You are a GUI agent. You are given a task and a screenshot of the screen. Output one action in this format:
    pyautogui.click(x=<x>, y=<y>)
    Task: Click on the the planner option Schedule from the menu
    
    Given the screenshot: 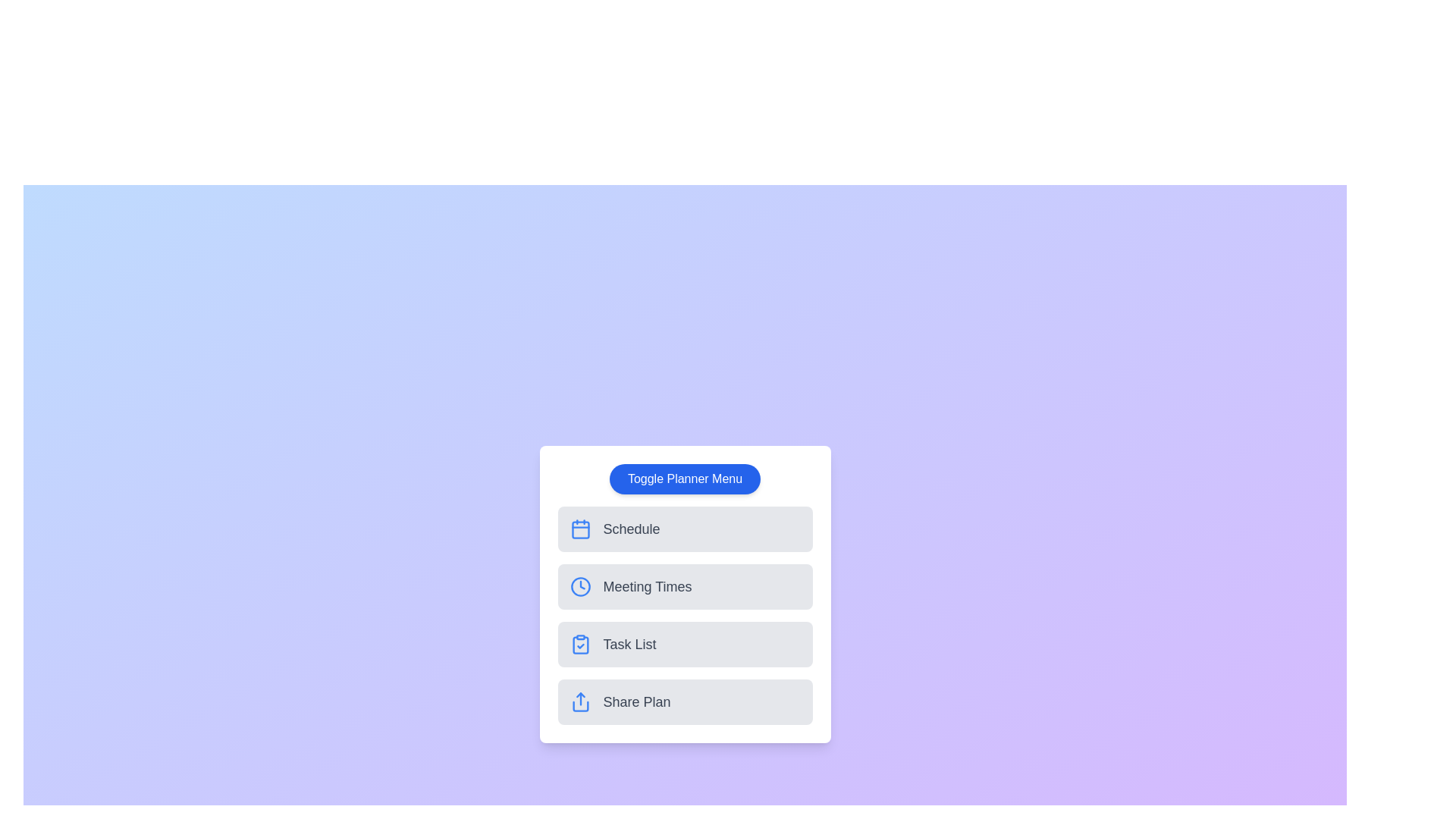 What is the action you would take?
    pyautogui.click(x=684, y=529)
    